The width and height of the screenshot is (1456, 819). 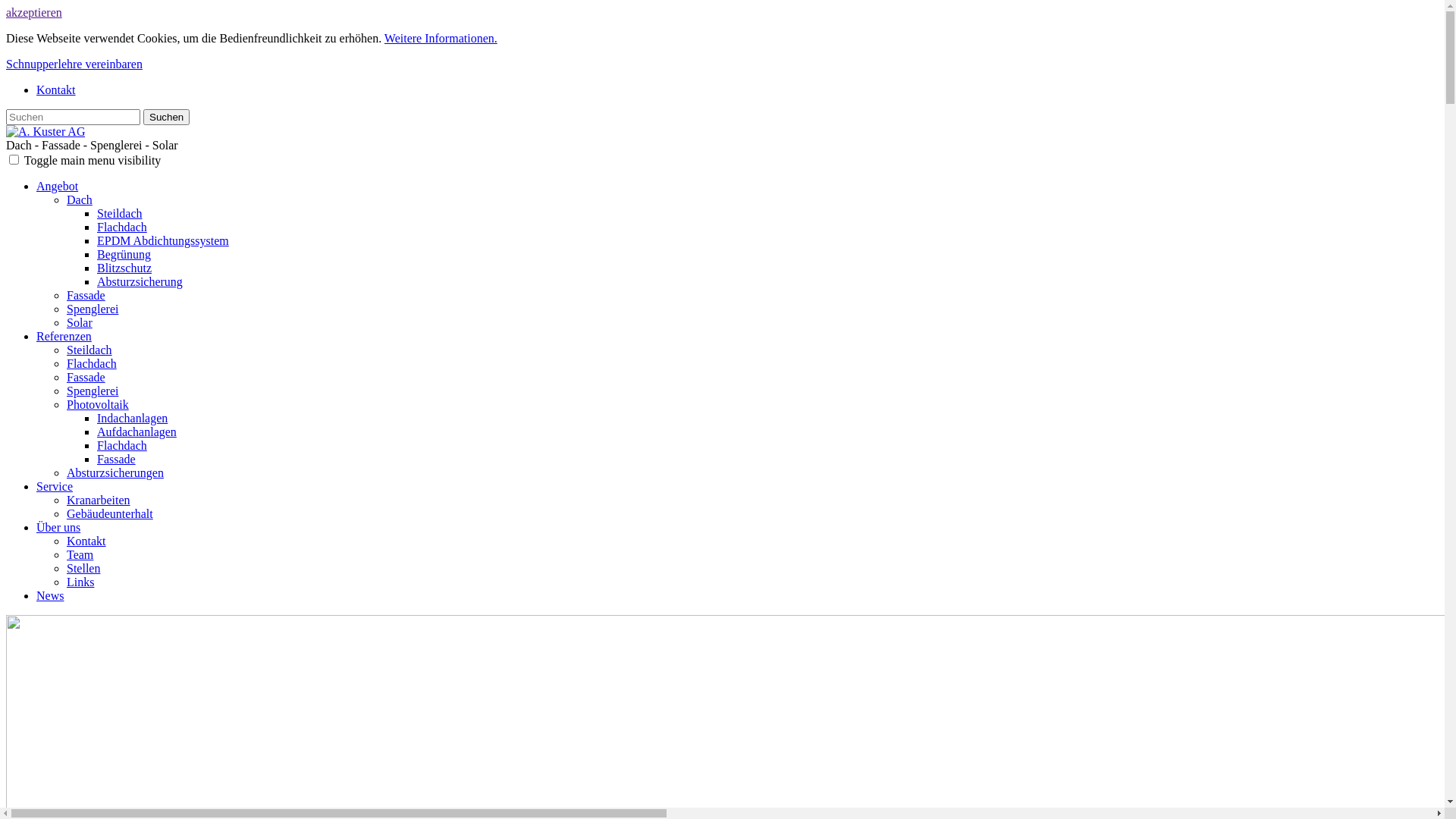 I want to click on 'Weitere Informationen.', so click(x=440, y=37).